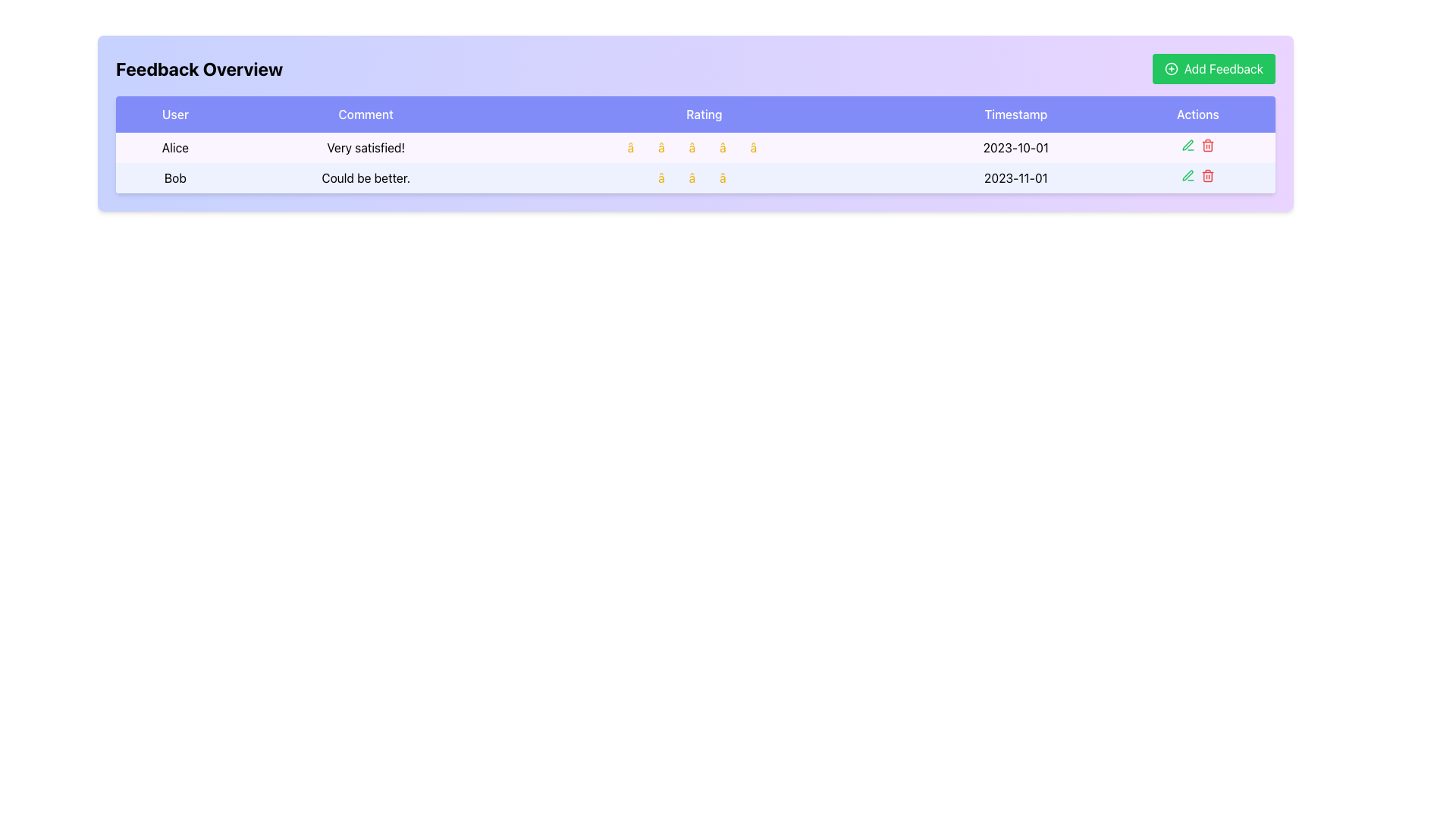 The height and width of the screenshot is (819, 1456). I want to click on the Static Information Display consisting of three yellow star icons in the 'Rating' column of the second row in the feedback table, so click(703, 177).